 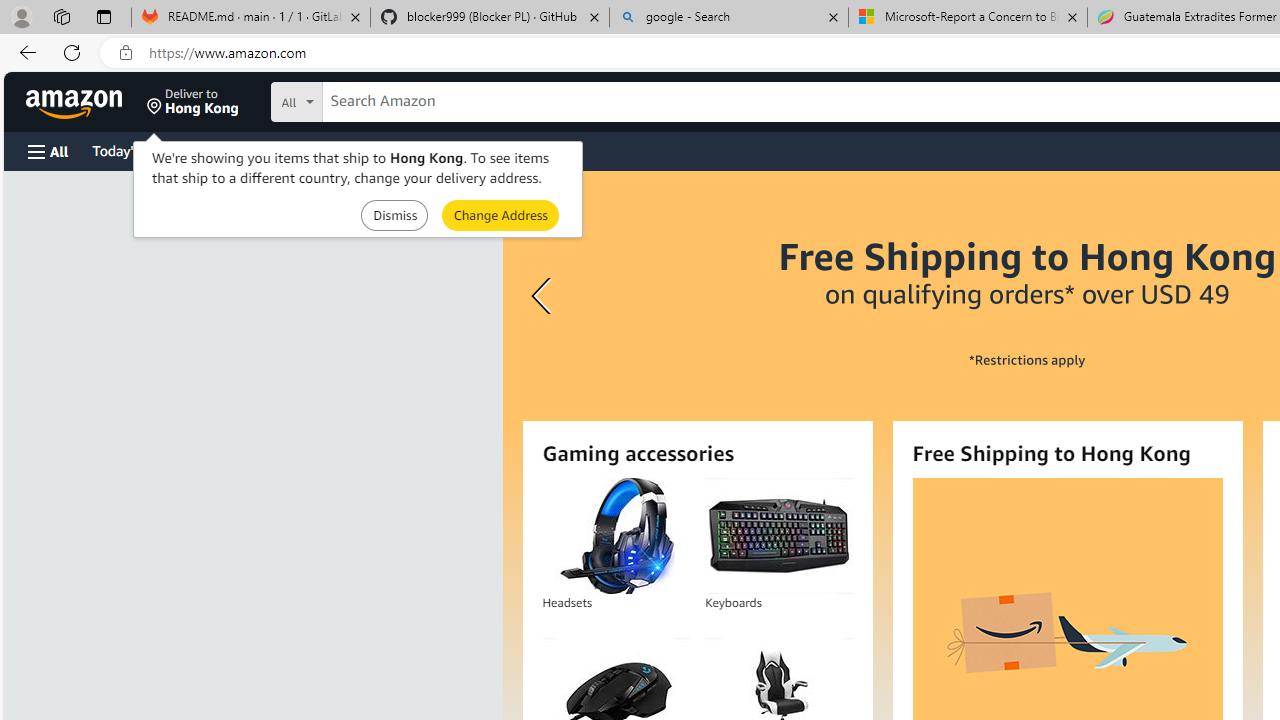 What do you see at coordinates (614, 535) in the screenshot?
I see `'Headsets'` at bounding box center [614, 535].